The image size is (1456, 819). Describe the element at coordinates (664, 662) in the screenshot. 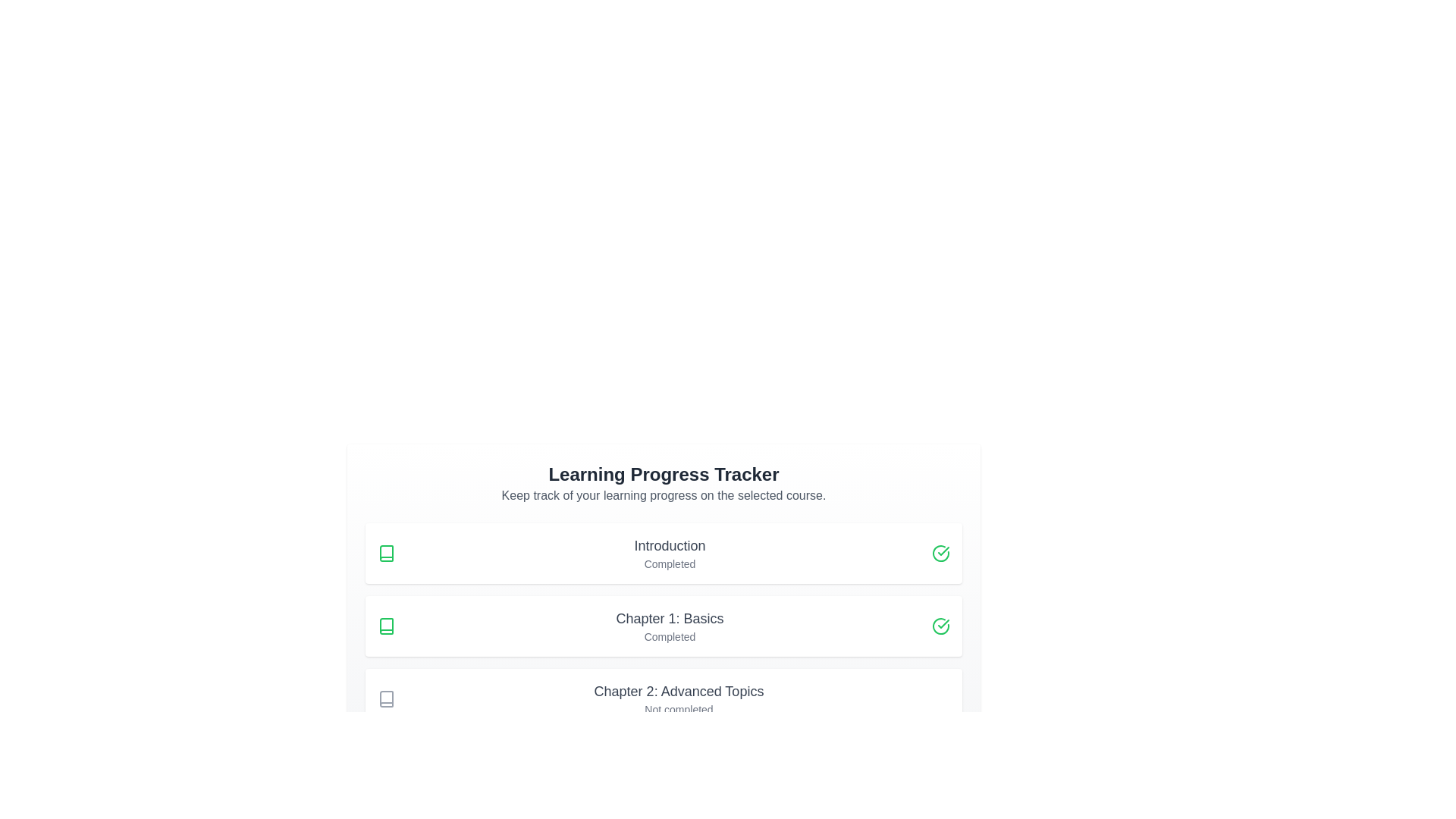

I see `the second list item representing progress status, which is titled 'Chapter 1: Basics'` at that location.